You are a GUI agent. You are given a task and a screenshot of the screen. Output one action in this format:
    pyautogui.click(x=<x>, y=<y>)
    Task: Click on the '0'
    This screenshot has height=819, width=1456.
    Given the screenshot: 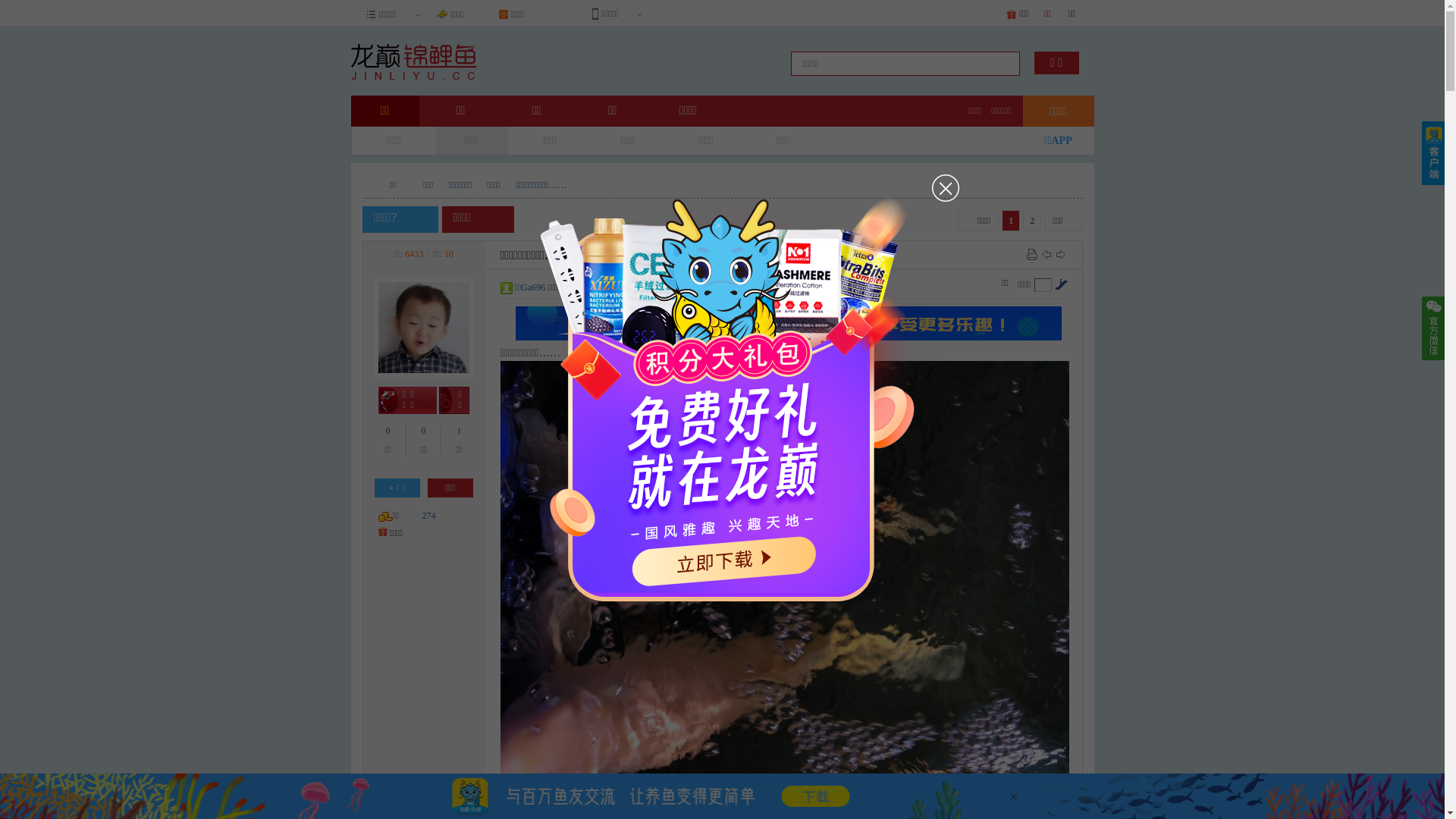 What is the action you would take?
    pyautogui.click(x=388, y=430)
    